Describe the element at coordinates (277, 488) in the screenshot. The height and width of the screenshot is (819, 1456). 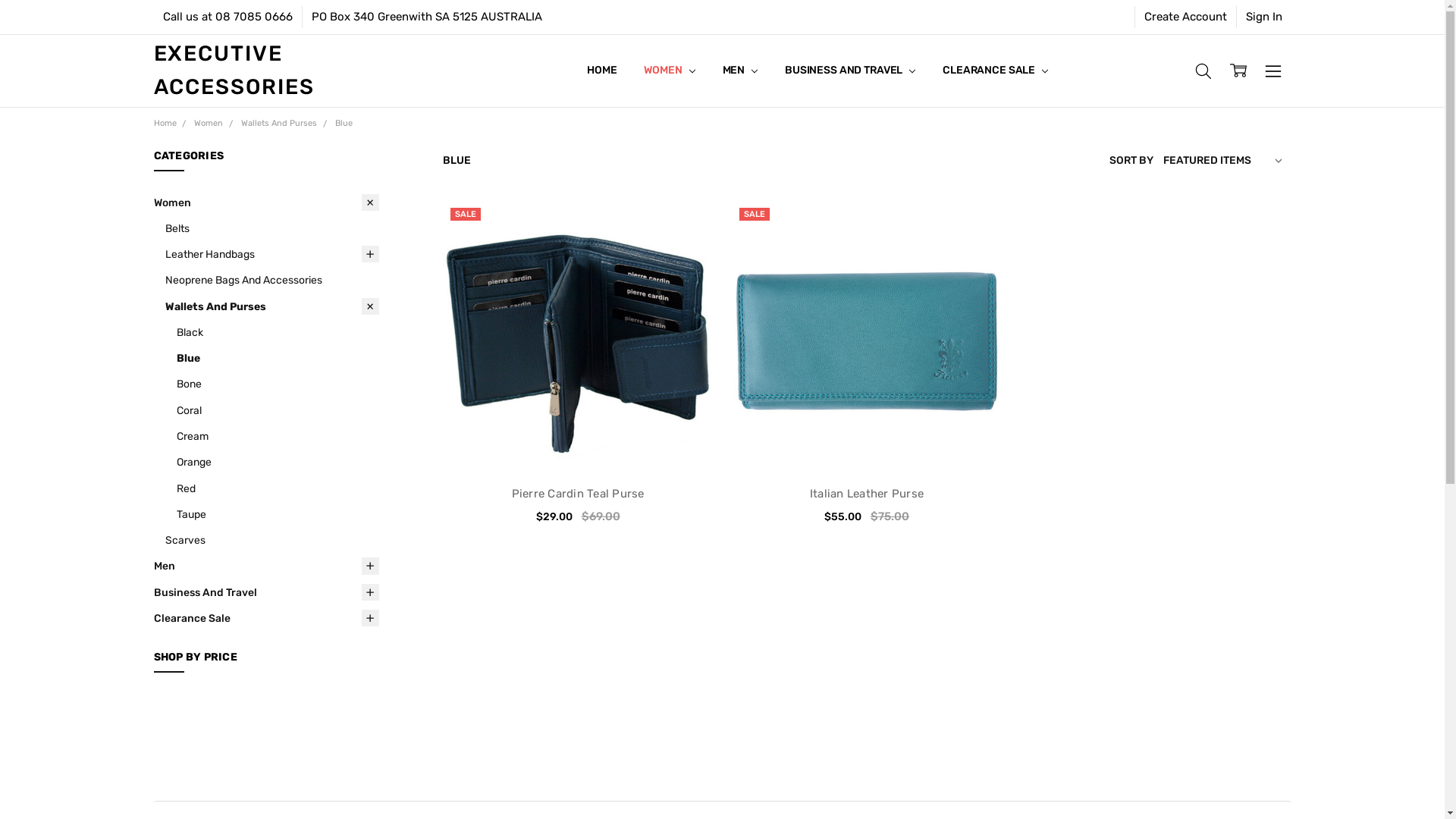
I see `'Red'` at that location.